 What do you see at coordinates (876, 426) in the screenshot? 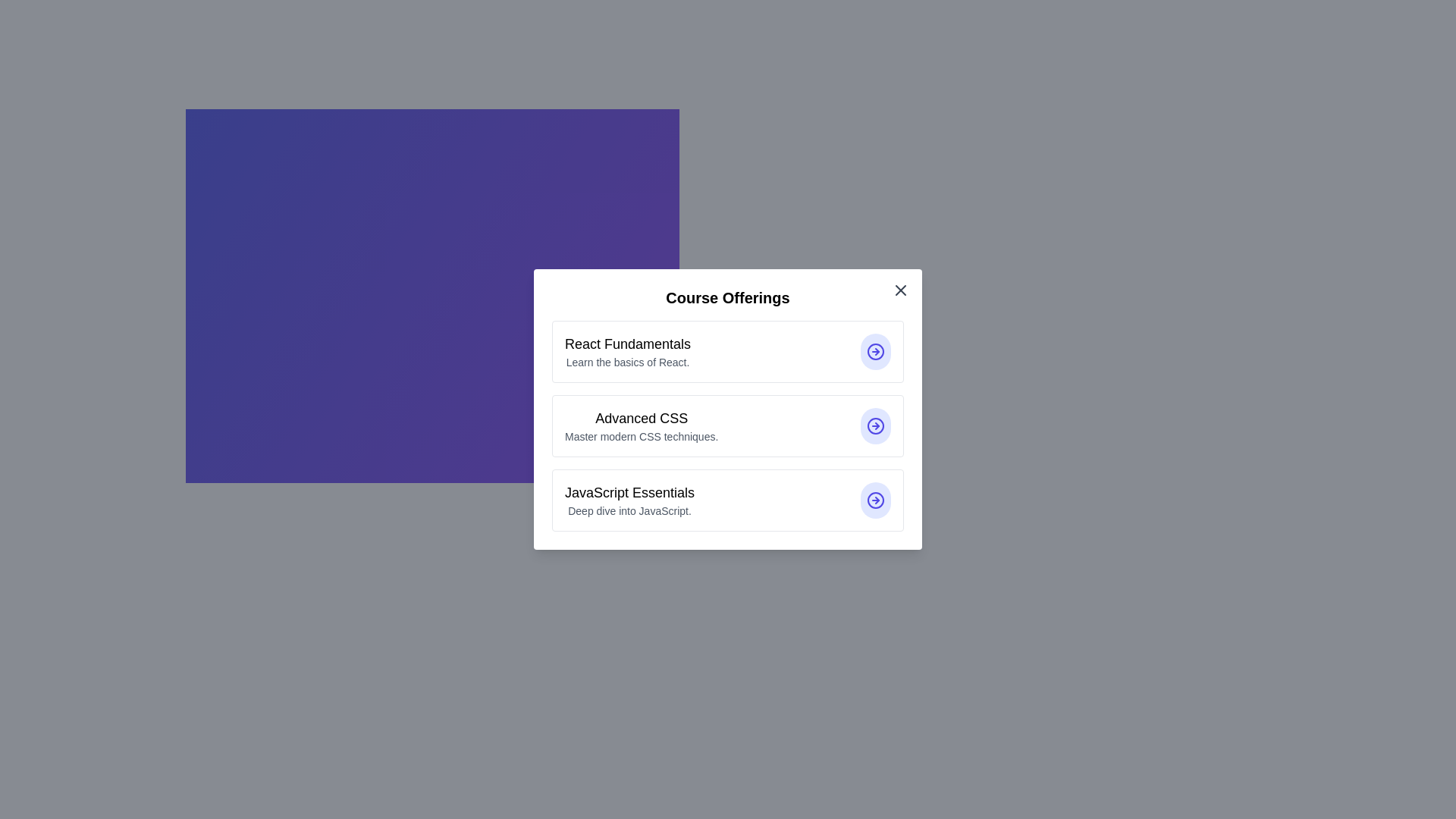
I see `the circular icon button with a right-pointing arrow located beside the 'Advanced CSS' text in the second row of the 'Course Offerings' modal dialog` at bounding box center [876, 426].